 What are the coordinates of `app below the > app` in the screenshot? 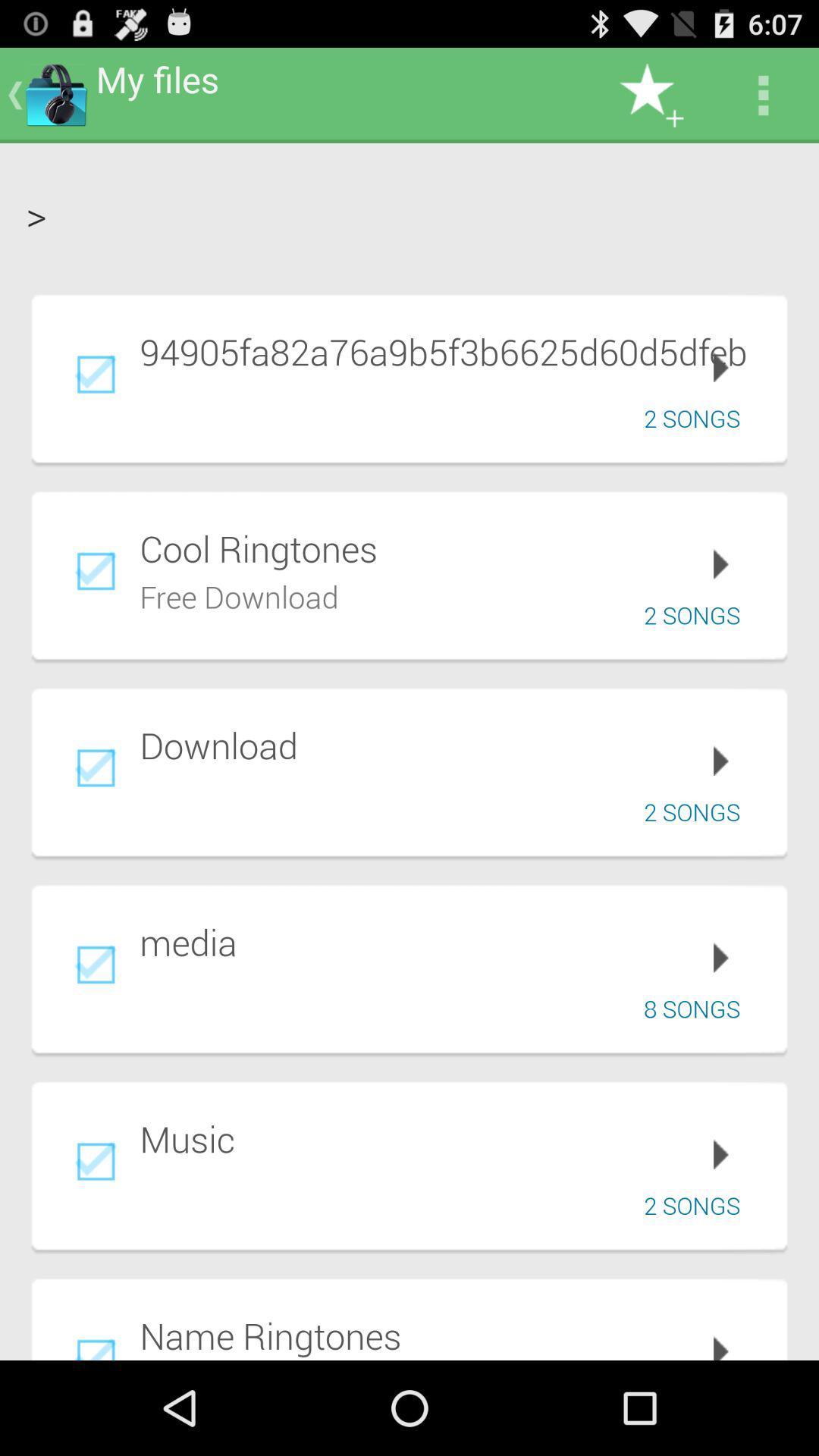 It's located at (452, 350).